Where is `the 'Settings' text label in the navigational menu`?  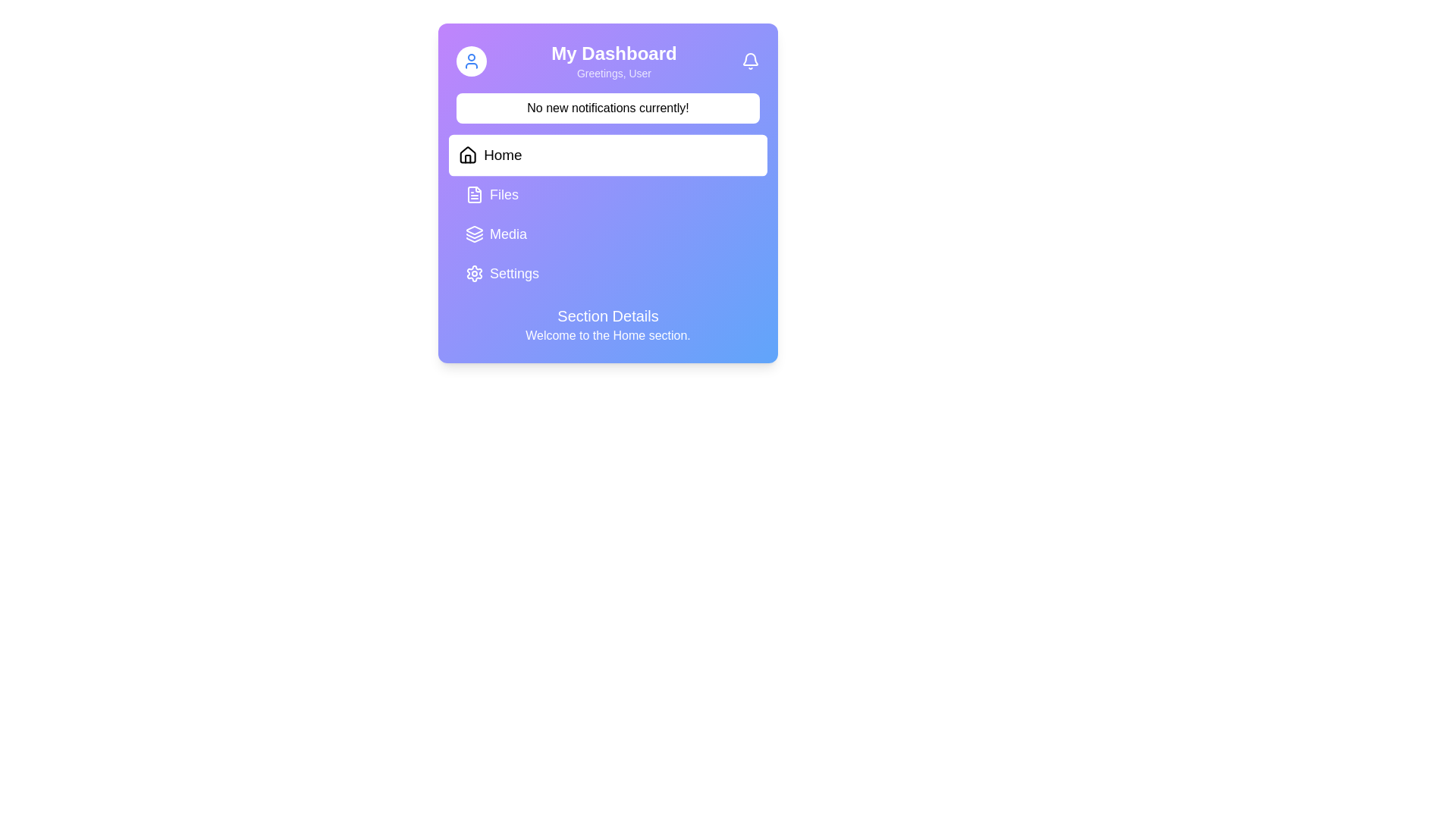
the 'Settings' text label in the navigational menu is located at coordinates (514, 274).